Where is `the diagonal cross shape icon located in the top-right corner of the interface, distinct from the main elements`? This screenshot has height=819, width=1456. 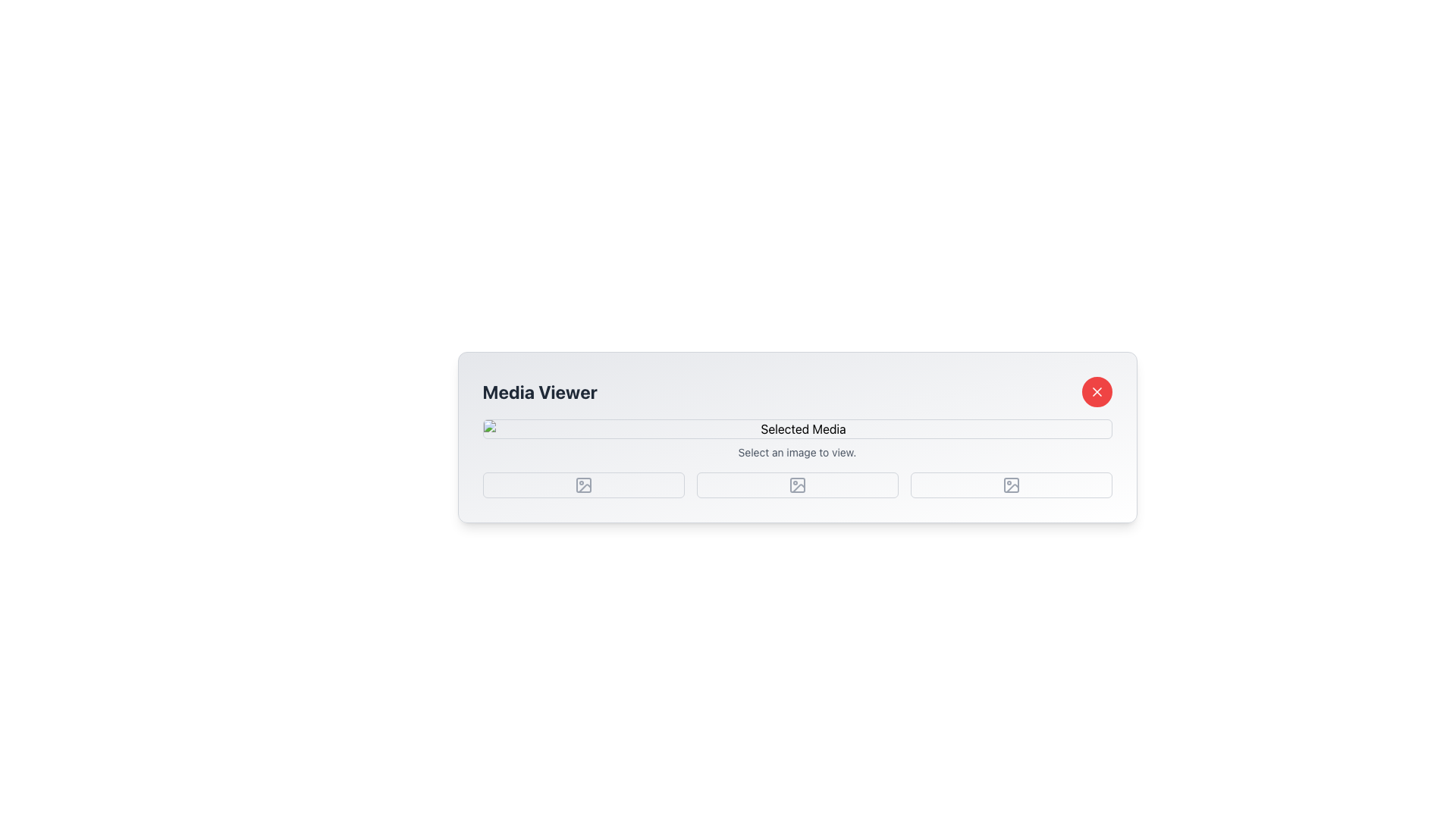
the diagonal cross shape icon located in the top-right corner of the interface, distinct from the main elements is located at coordinates (1097, 391).